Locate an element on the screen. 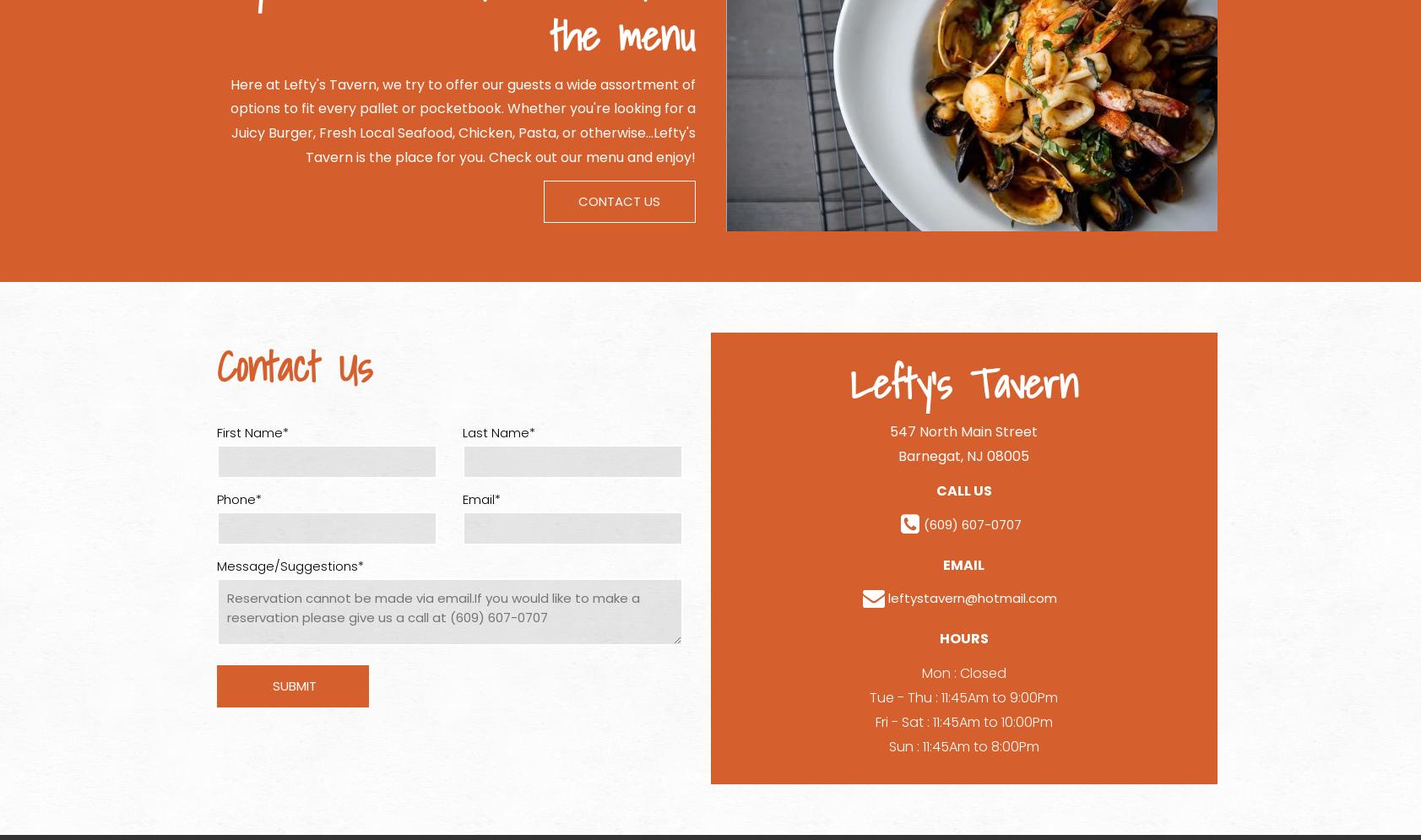  '(609) 607-0707' is located at coordinates (971, 523).